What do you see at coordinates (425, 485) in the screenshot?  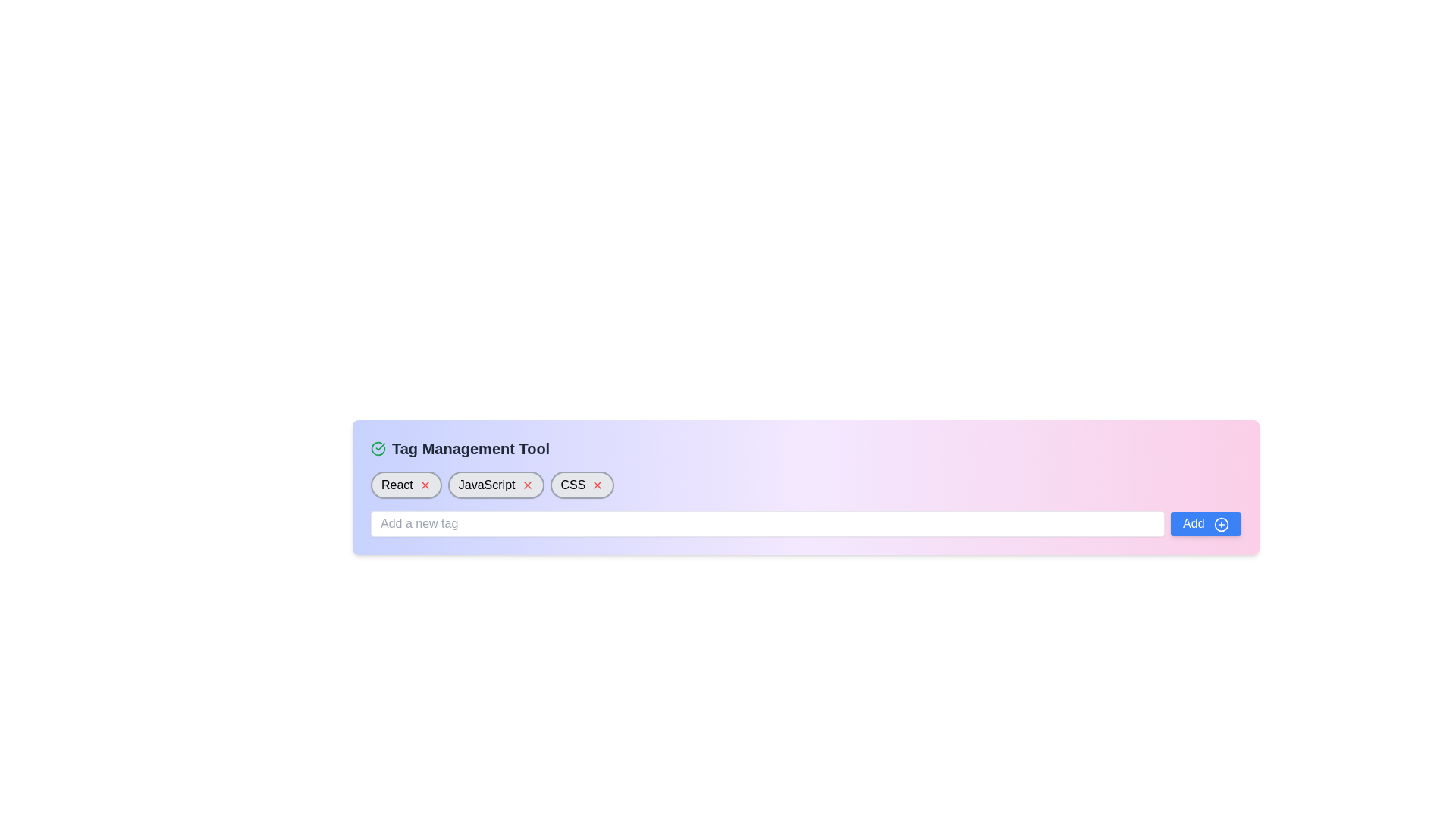 I see `the removal button for the tag labeled 'React'` at bounding box center [425, 485].